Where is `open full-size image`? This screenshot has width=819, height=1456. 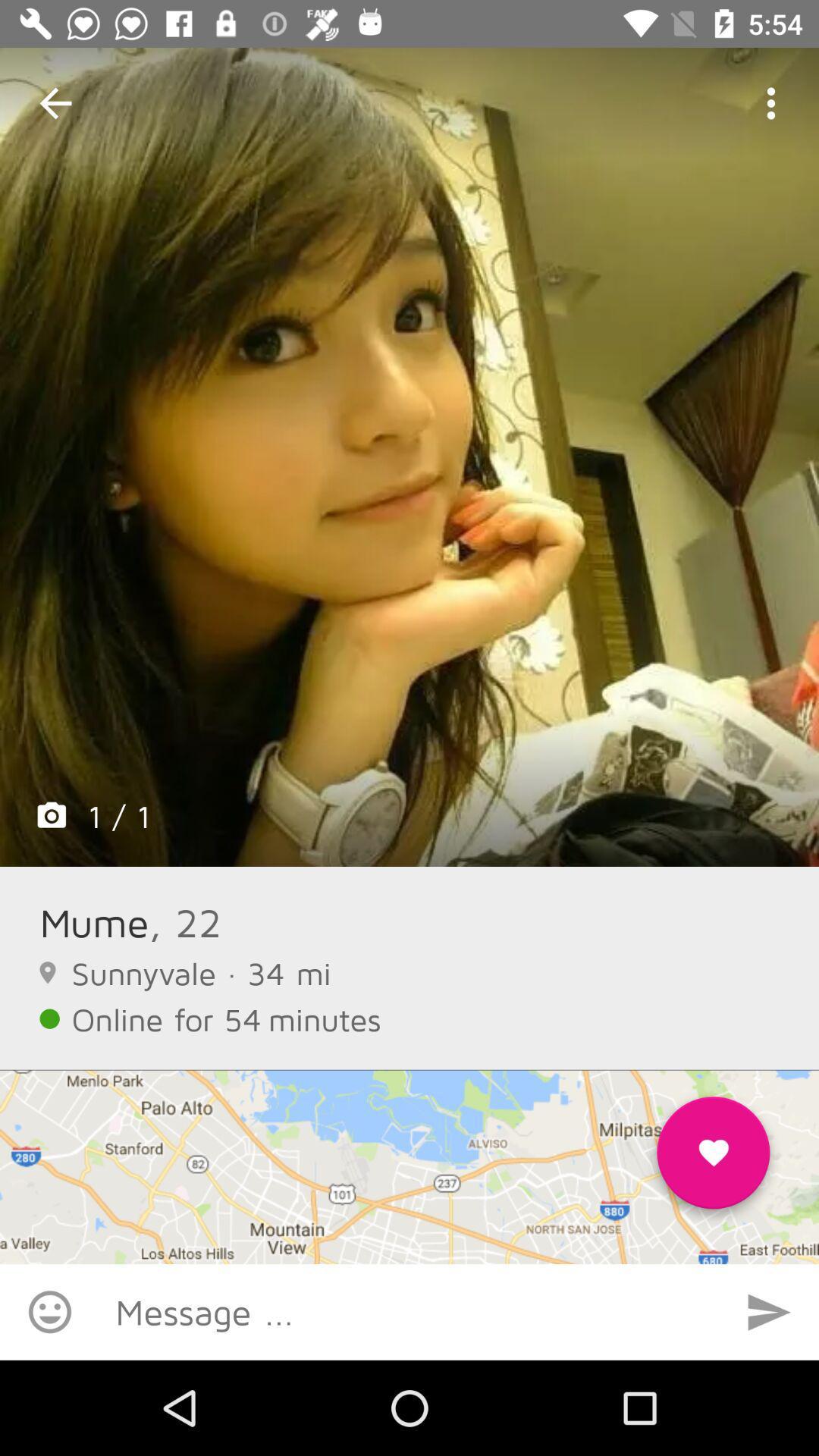
open full-size image is located at coordinates (409, 457).